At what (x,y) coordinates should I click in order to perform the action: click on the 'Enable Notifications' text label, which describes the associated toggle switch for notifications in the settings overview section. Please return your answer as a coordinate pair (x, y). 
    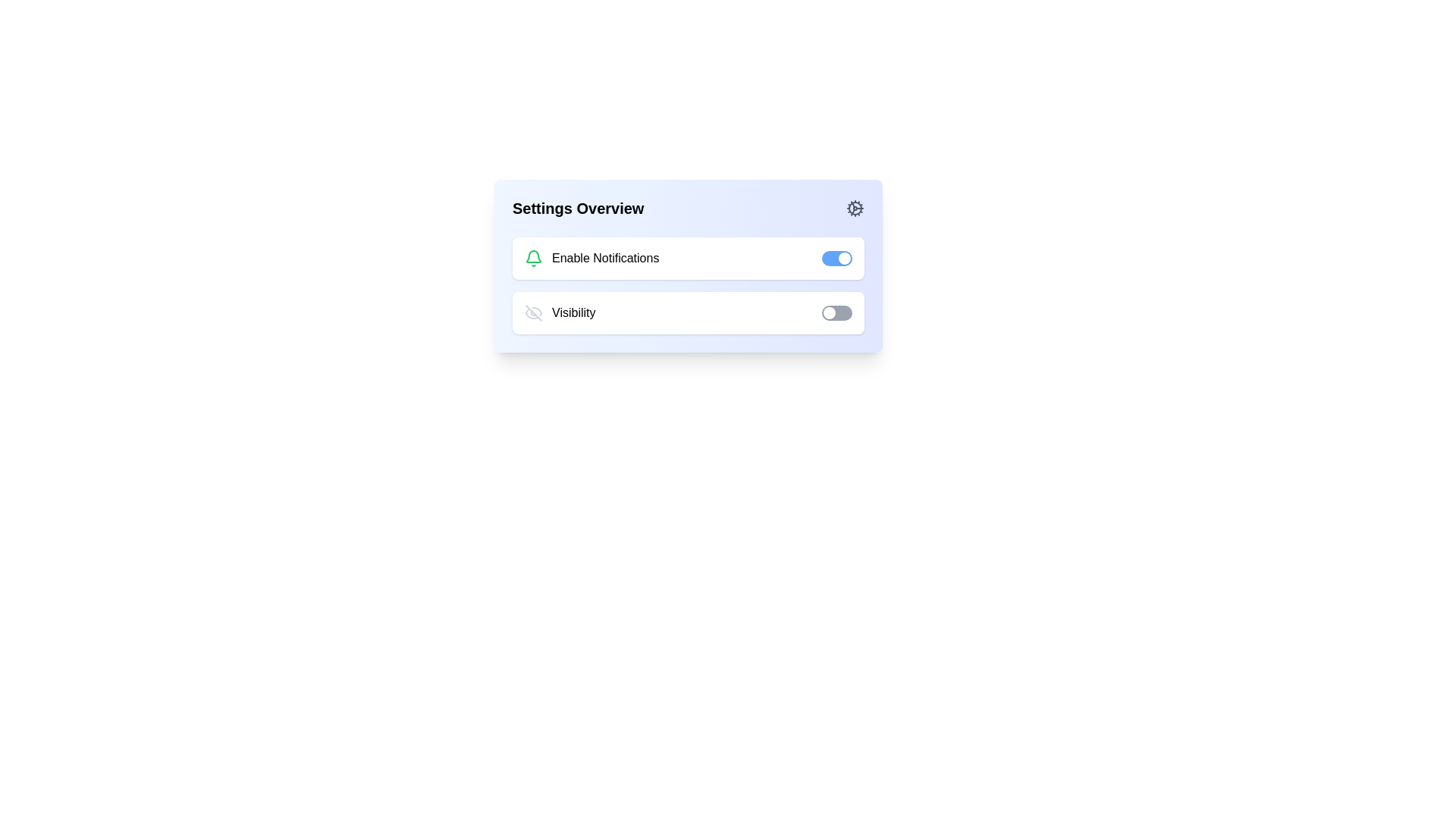
    Looking at the image, I should click on (604, 257).